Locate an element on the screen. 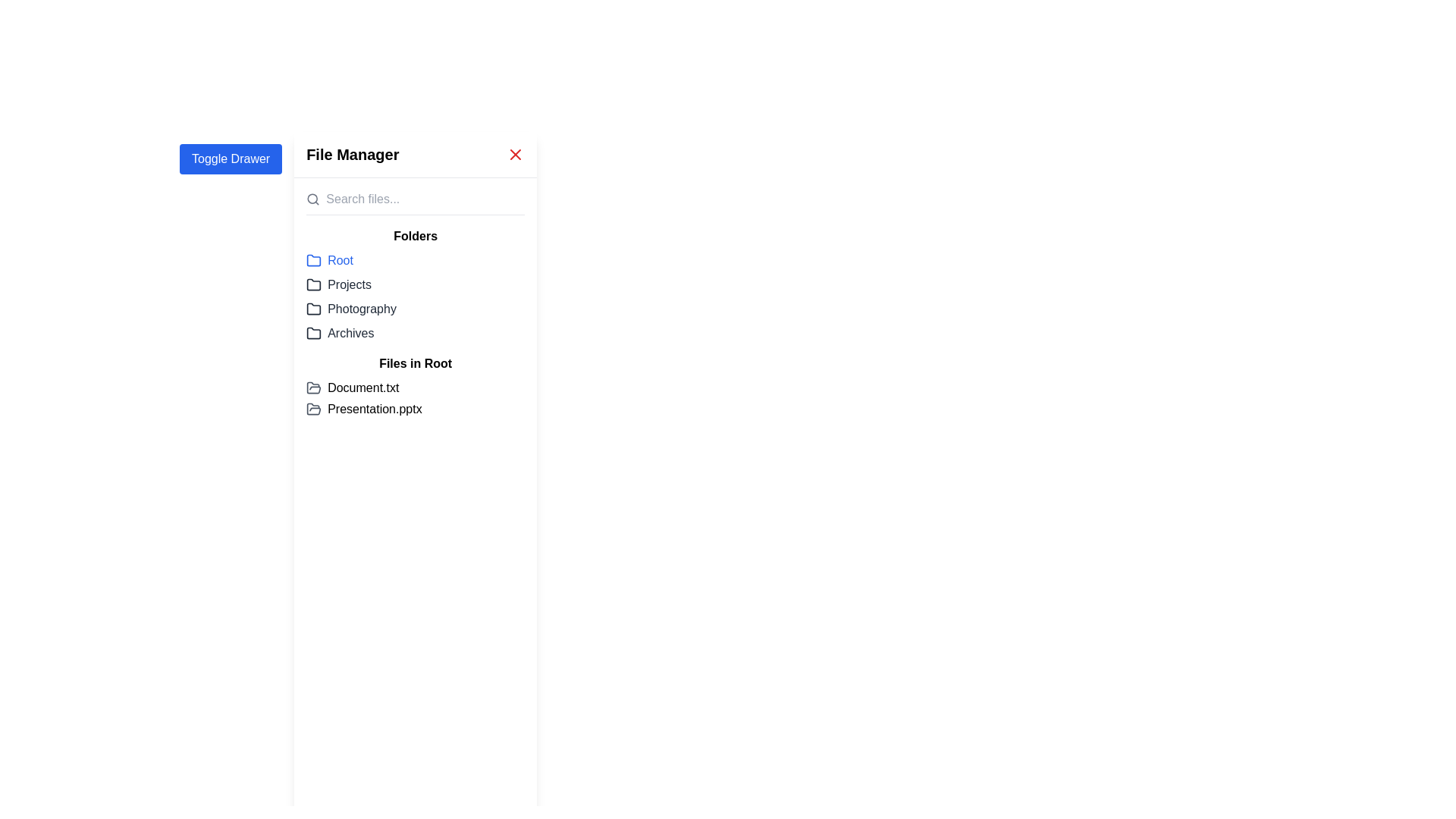  the 'Projects' folder listed under 'Folders' in the File Manager is located at coordinates (337, 284).